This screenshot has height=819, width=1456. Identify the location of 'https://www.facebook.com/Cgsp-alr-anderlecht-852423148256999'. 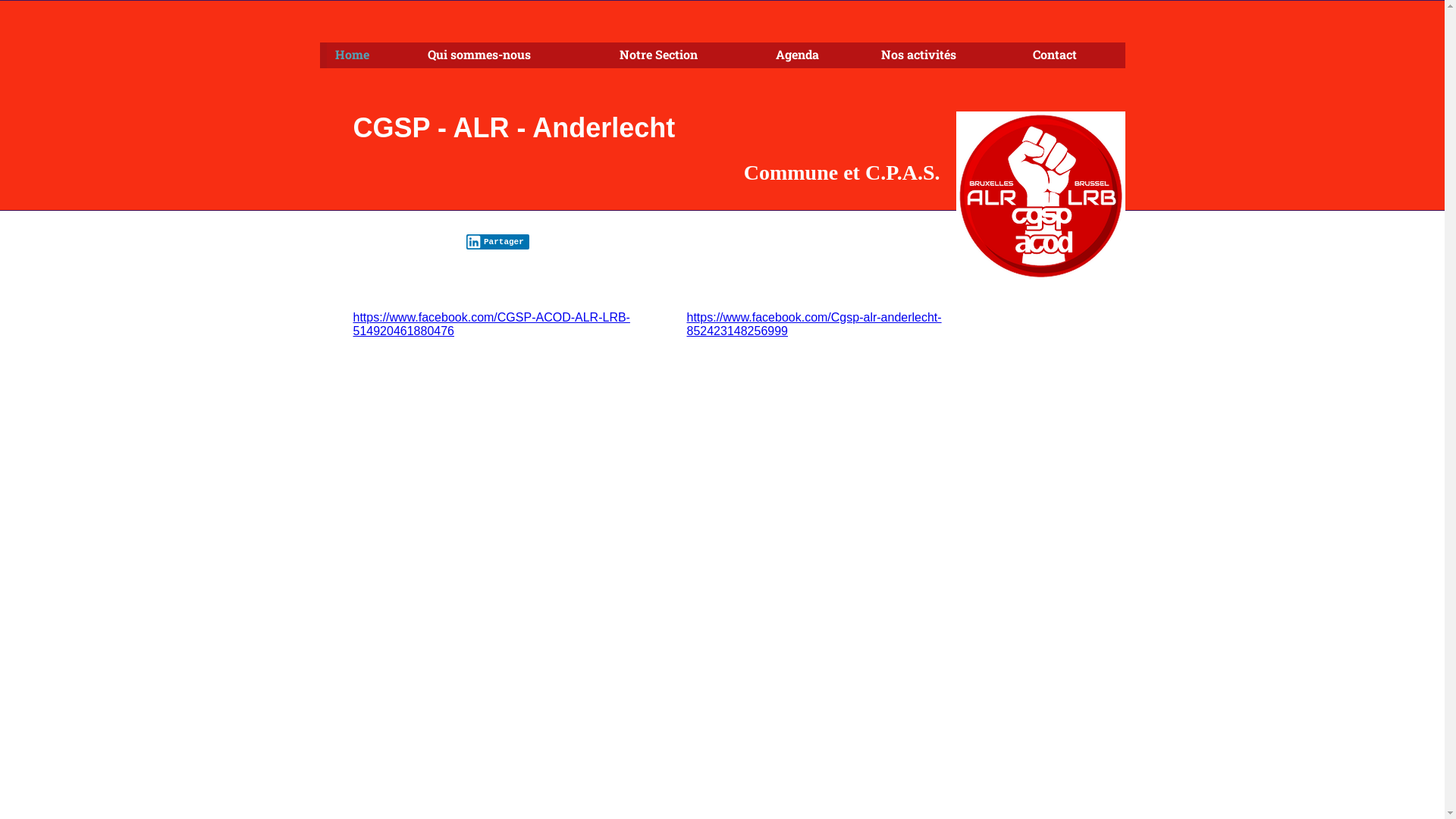
(814, 323).